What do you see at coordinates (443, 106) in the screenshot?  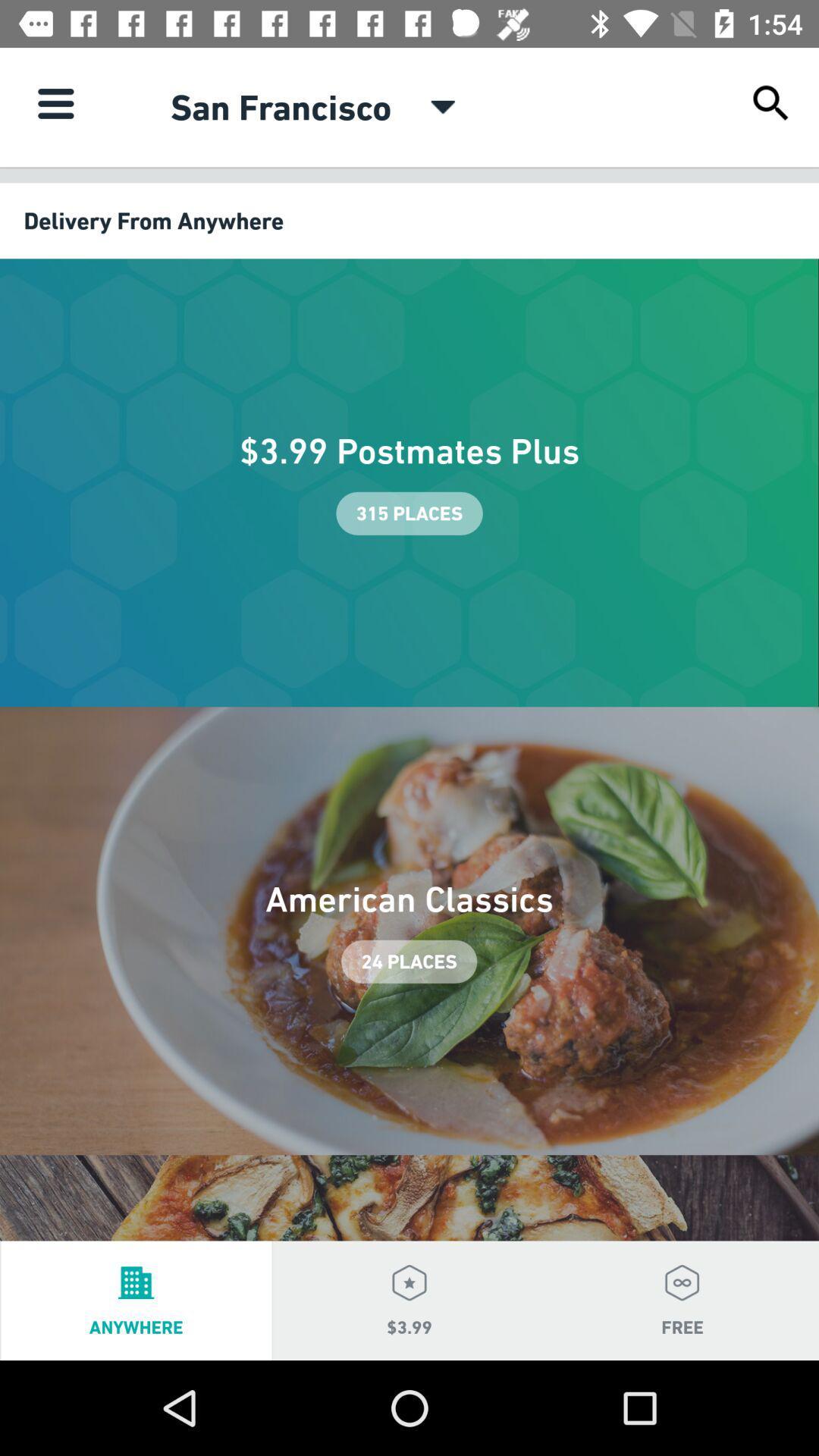 I see `the item next to the san francisco icon` at bounding box center [443, 106].